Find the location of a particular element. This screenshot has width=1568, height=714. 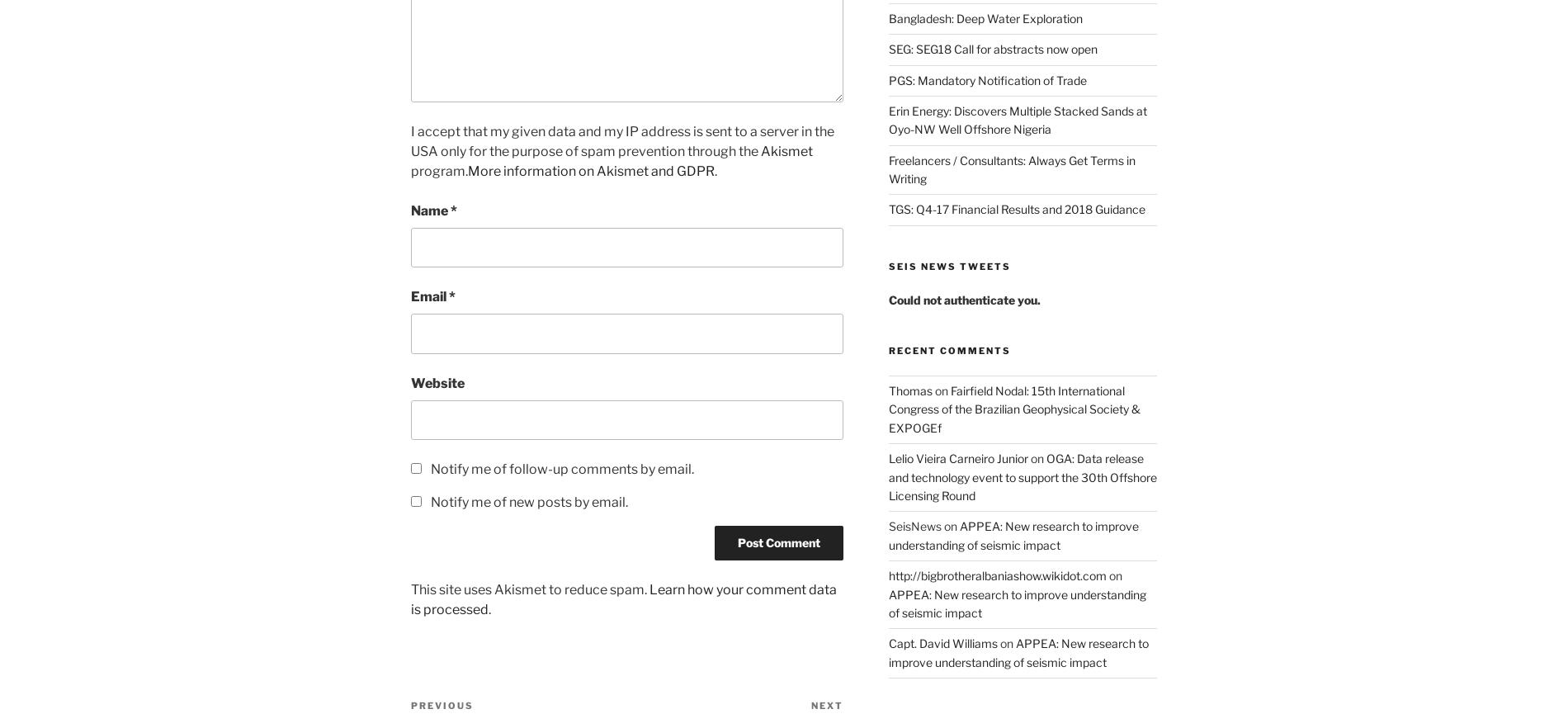

'Could not authenticate you.' is located at coordinates (963, 300).